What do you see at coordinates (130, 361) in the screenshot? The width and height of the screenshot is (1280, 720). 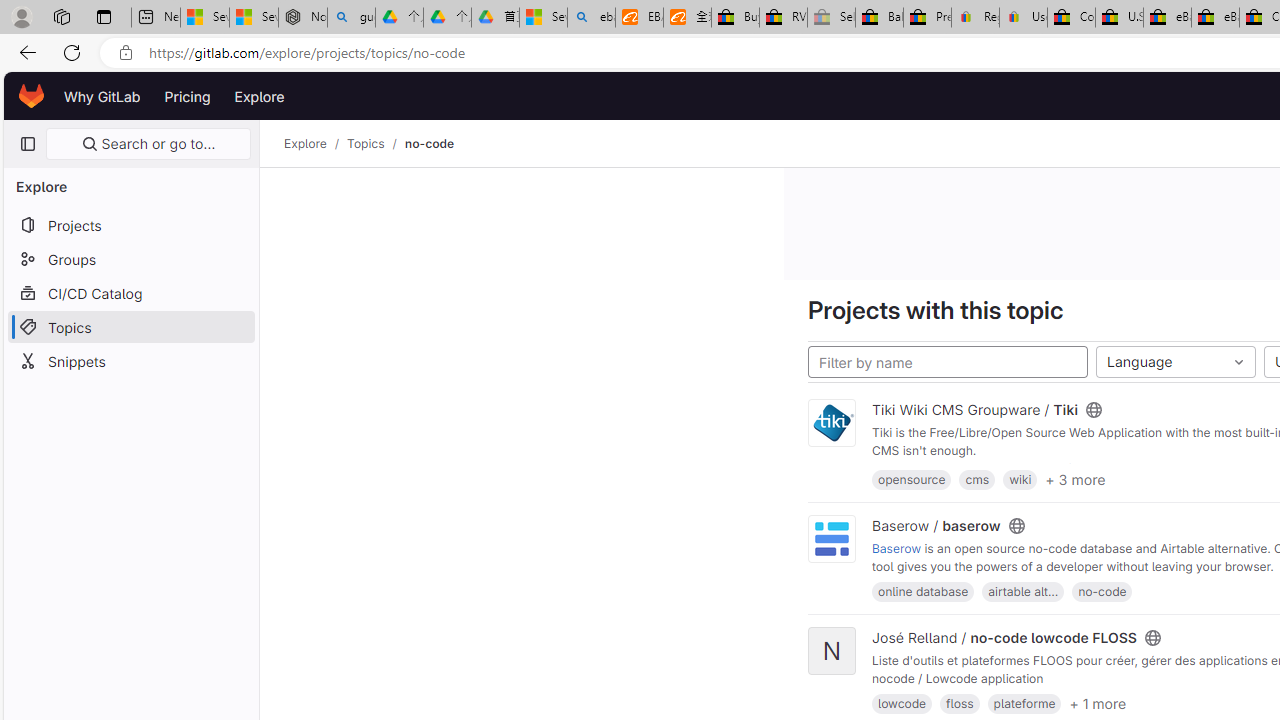 I see `'Snippets'` at bounding box center [130, 361].